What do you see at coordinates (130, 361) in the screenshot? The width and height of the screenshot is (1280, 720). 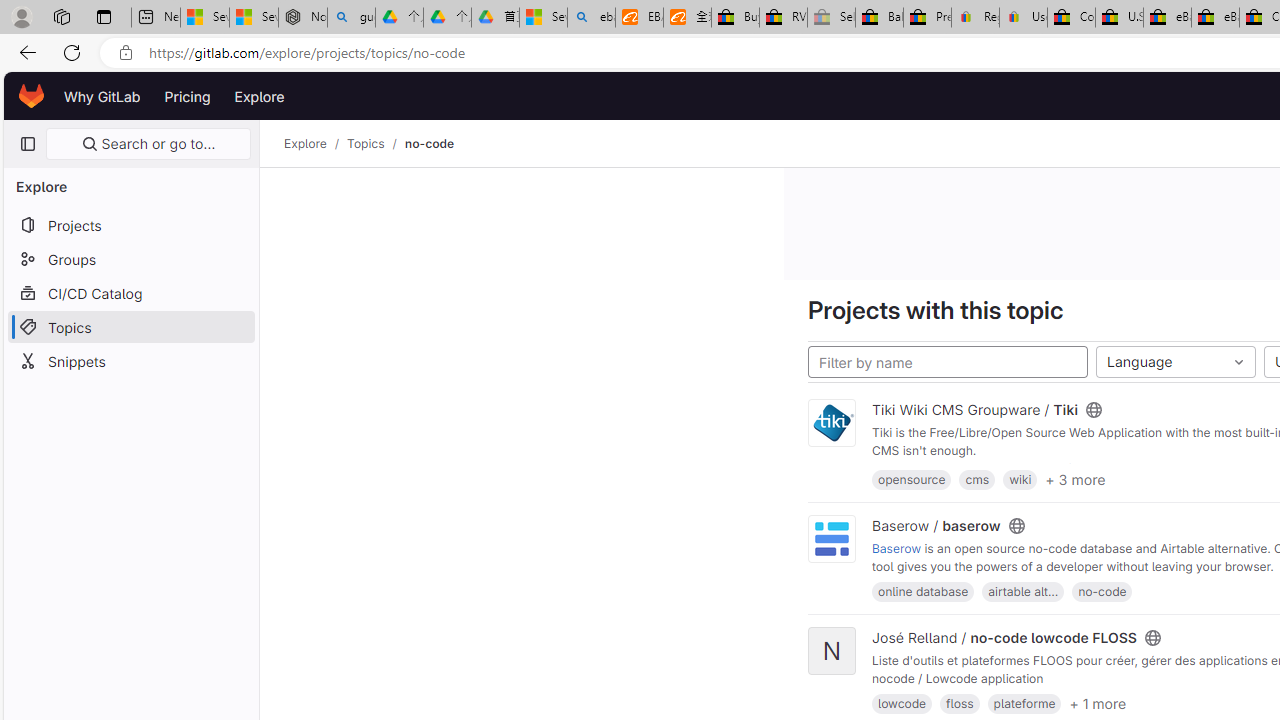 I see `'Snippets'` at bounding box center [130, 361].